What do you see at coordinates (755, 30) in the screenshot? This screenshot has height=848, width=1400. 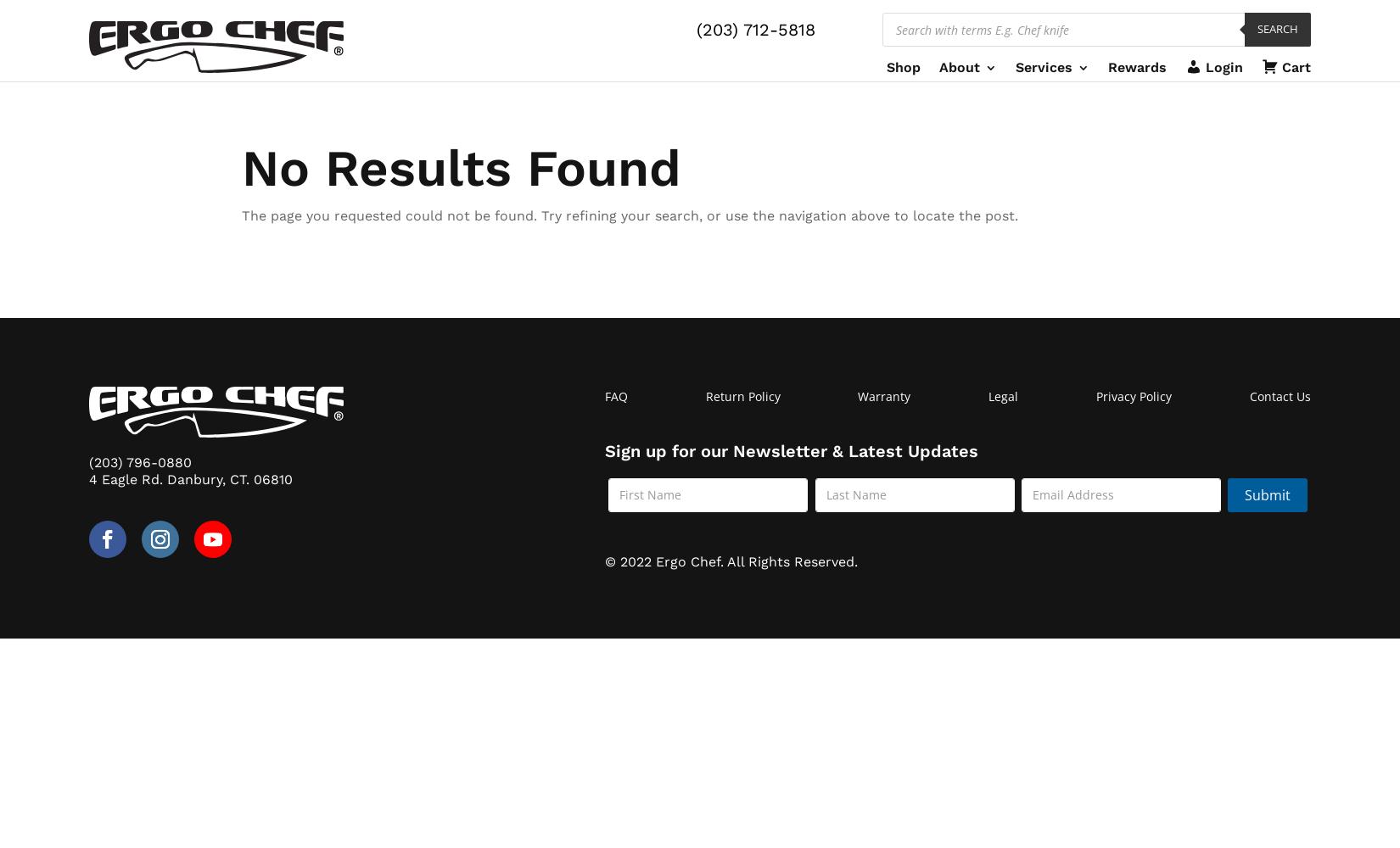 I see `'(203) 712-5818'` at bounding box center [755, 30].